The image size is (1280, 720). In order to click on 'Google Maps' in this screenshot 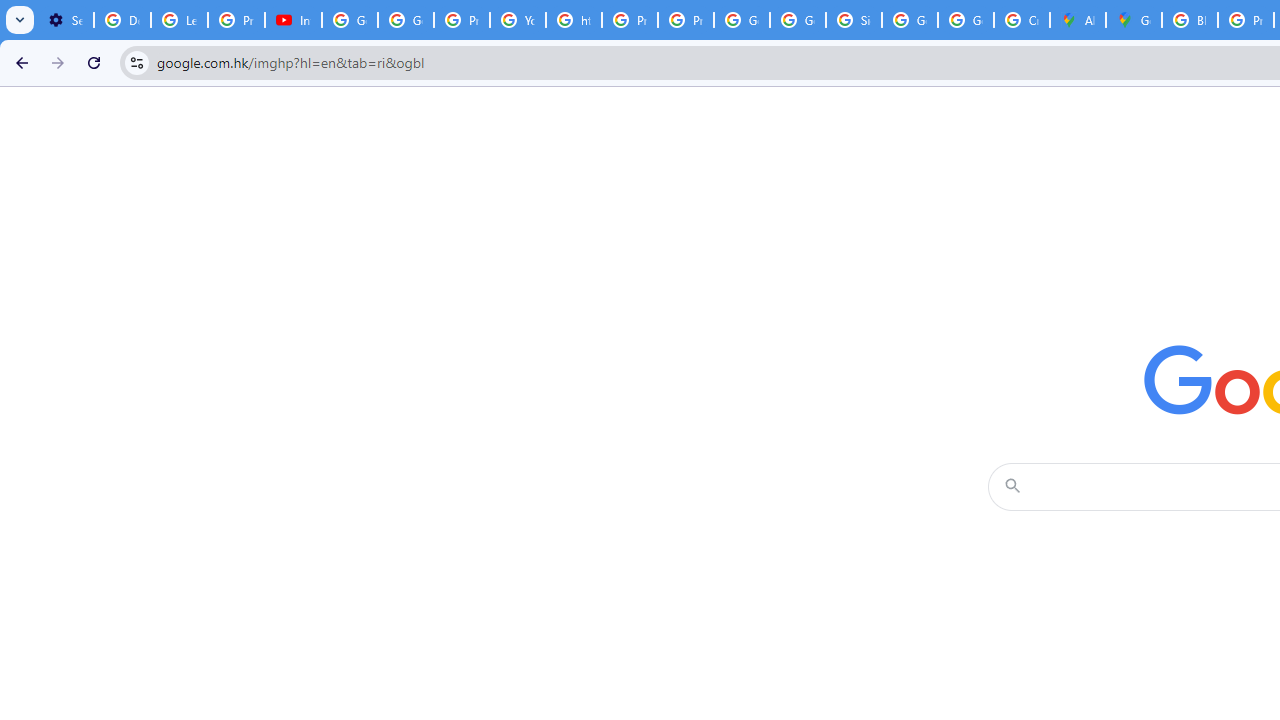, I will do `click(1134, 20)`.